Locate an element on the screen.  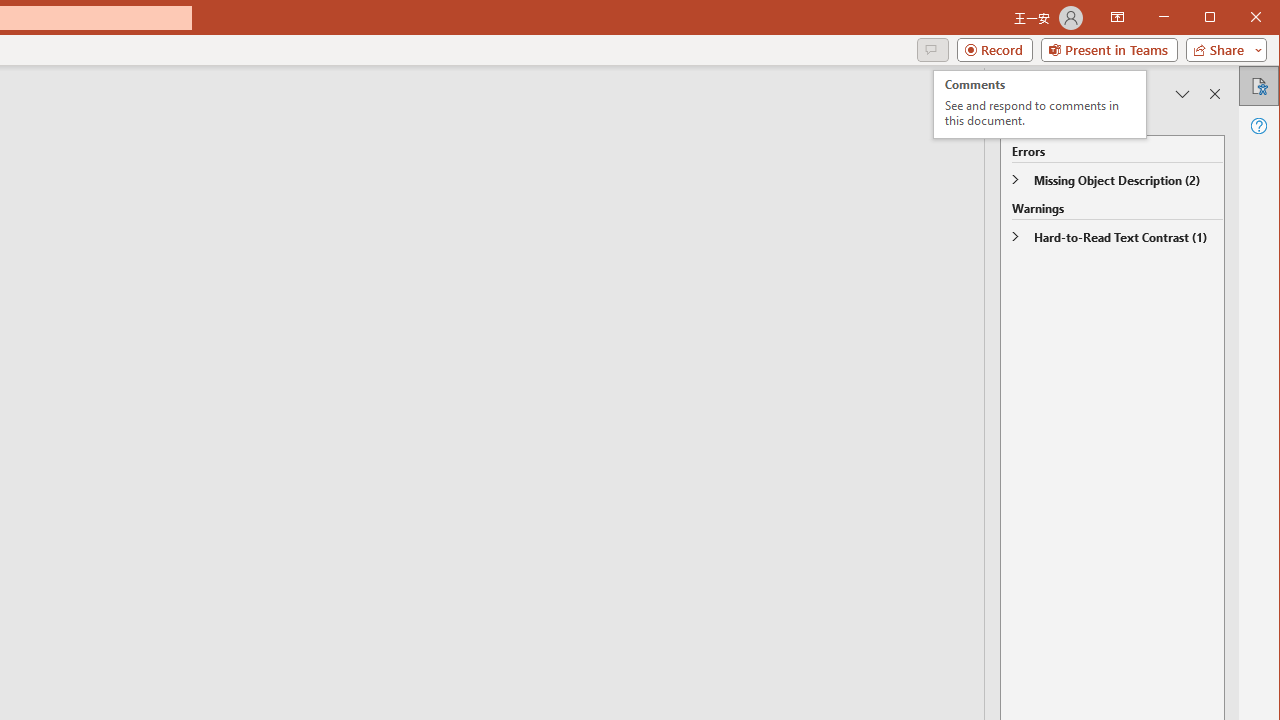
'Maximize' is located at coordinates (1238, 19).